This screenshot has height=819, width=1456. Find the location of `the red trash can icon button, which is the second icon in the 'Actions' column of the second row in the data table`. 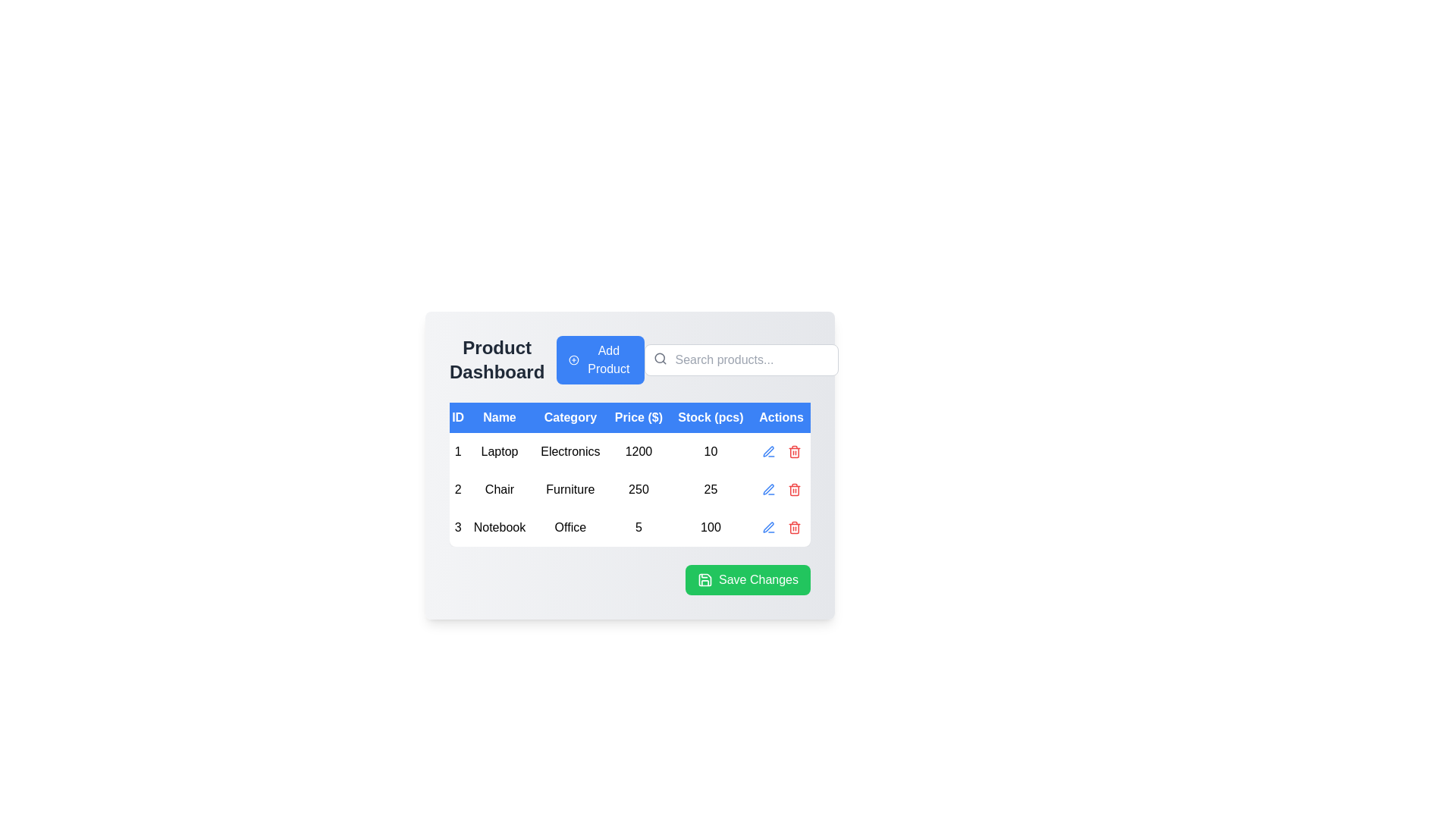

the red trash can icon button, which is the second icon in the 'Actions' column of the second row in the data table is located at coordinates (793, 489).